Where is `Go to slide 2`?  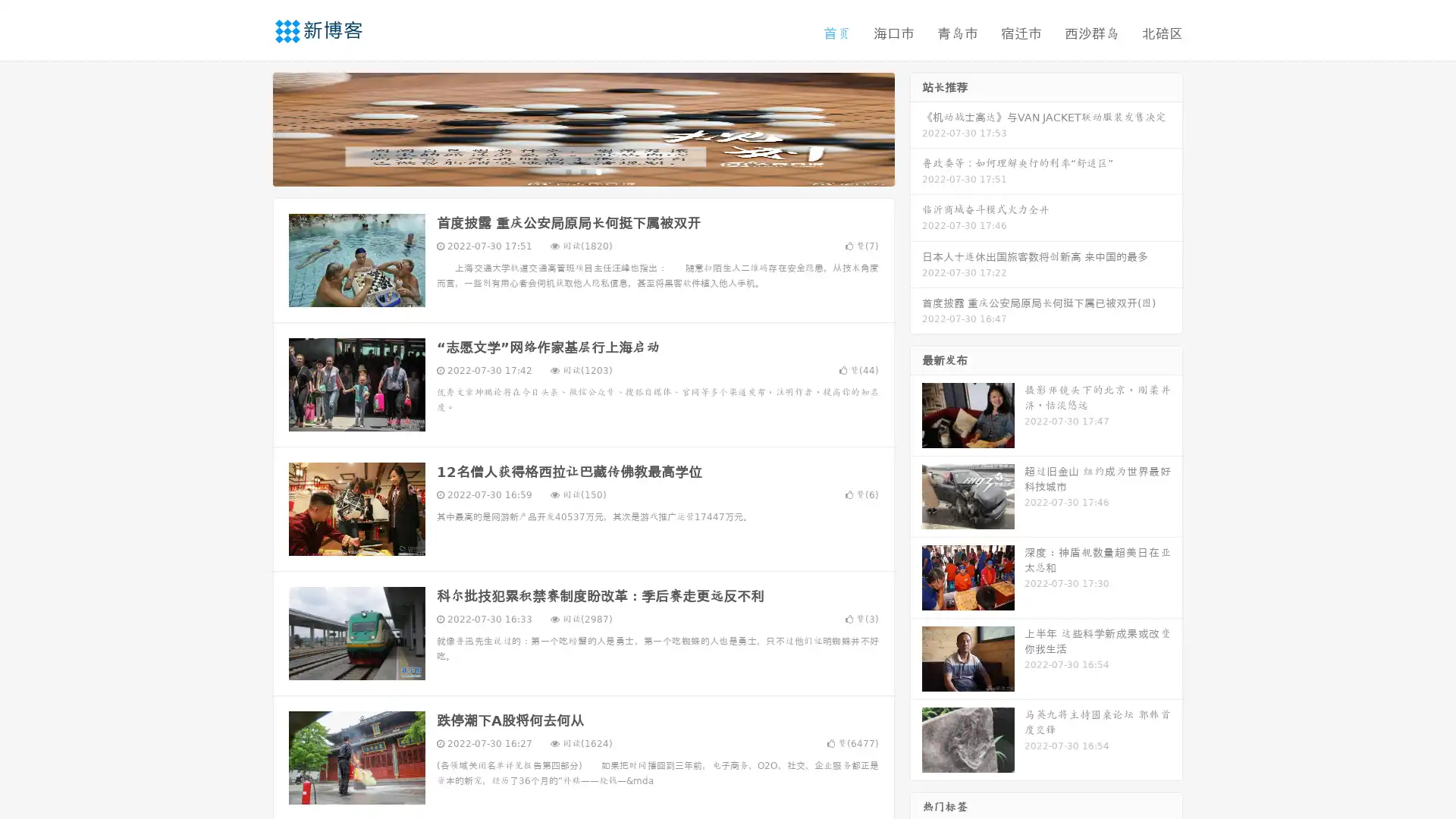
Go to slide 2 is located at coordinates (582, 171).